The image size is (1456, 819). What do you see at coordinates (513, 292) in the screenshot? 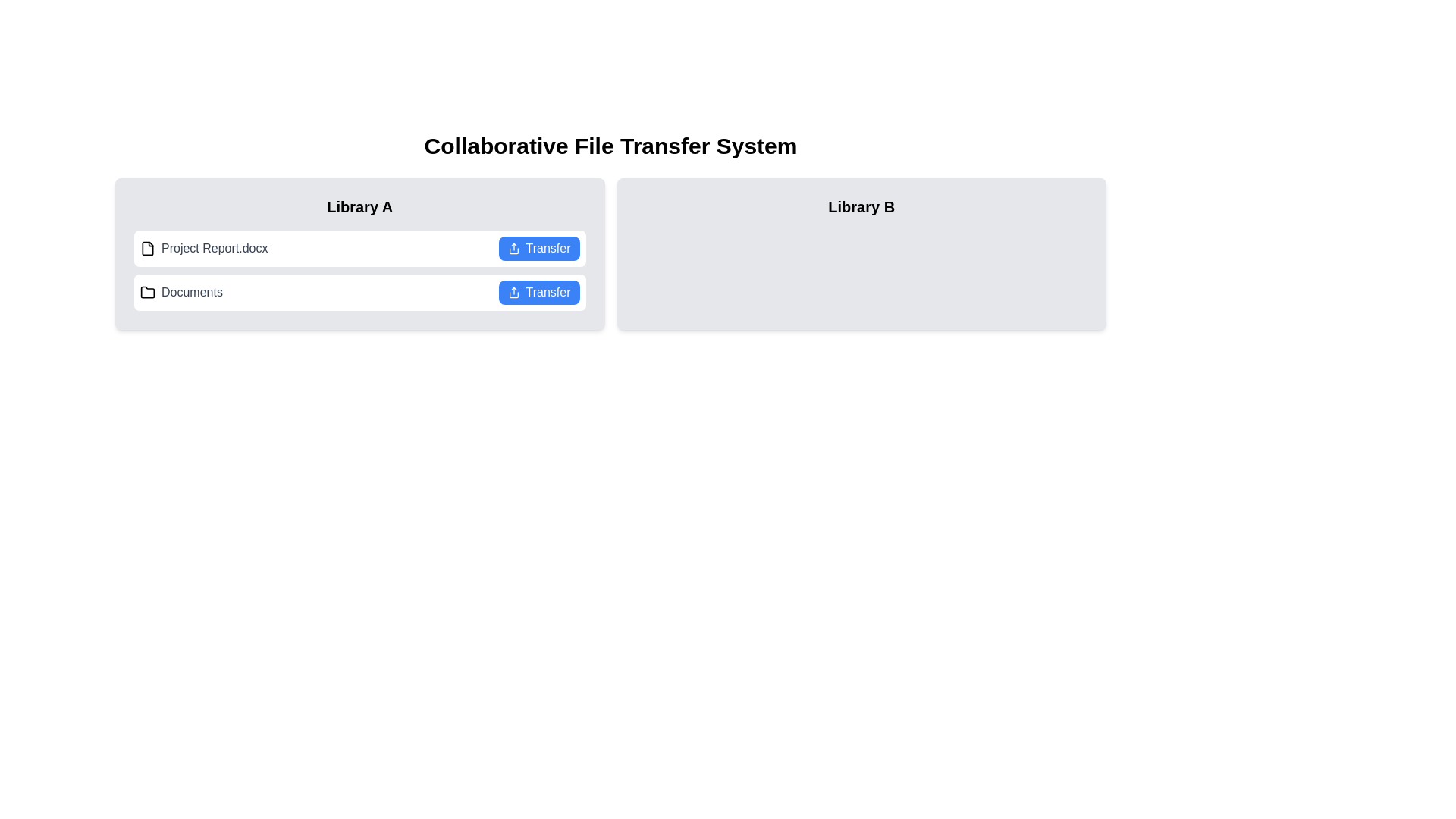
I see `the share icon, which is a white upward arrow styled as a vector icon on a blue rounded button labeled 'Transfer', positioned to the right of the text 'Documents' in the 'Library A' section` at bounding box center [513, 292].